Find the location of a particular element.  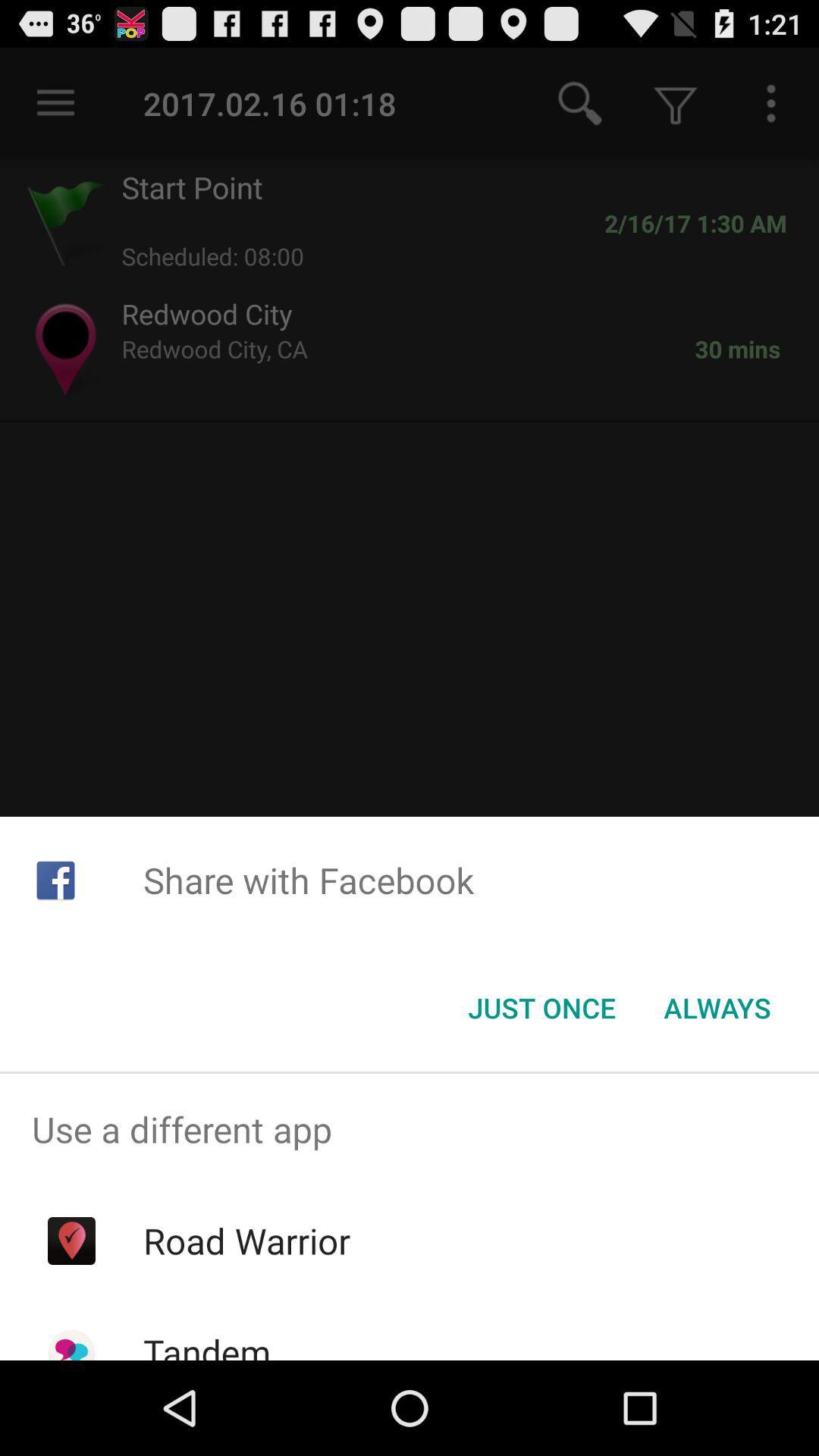

the item below use a different icon is located at coordinates (246, 1241).